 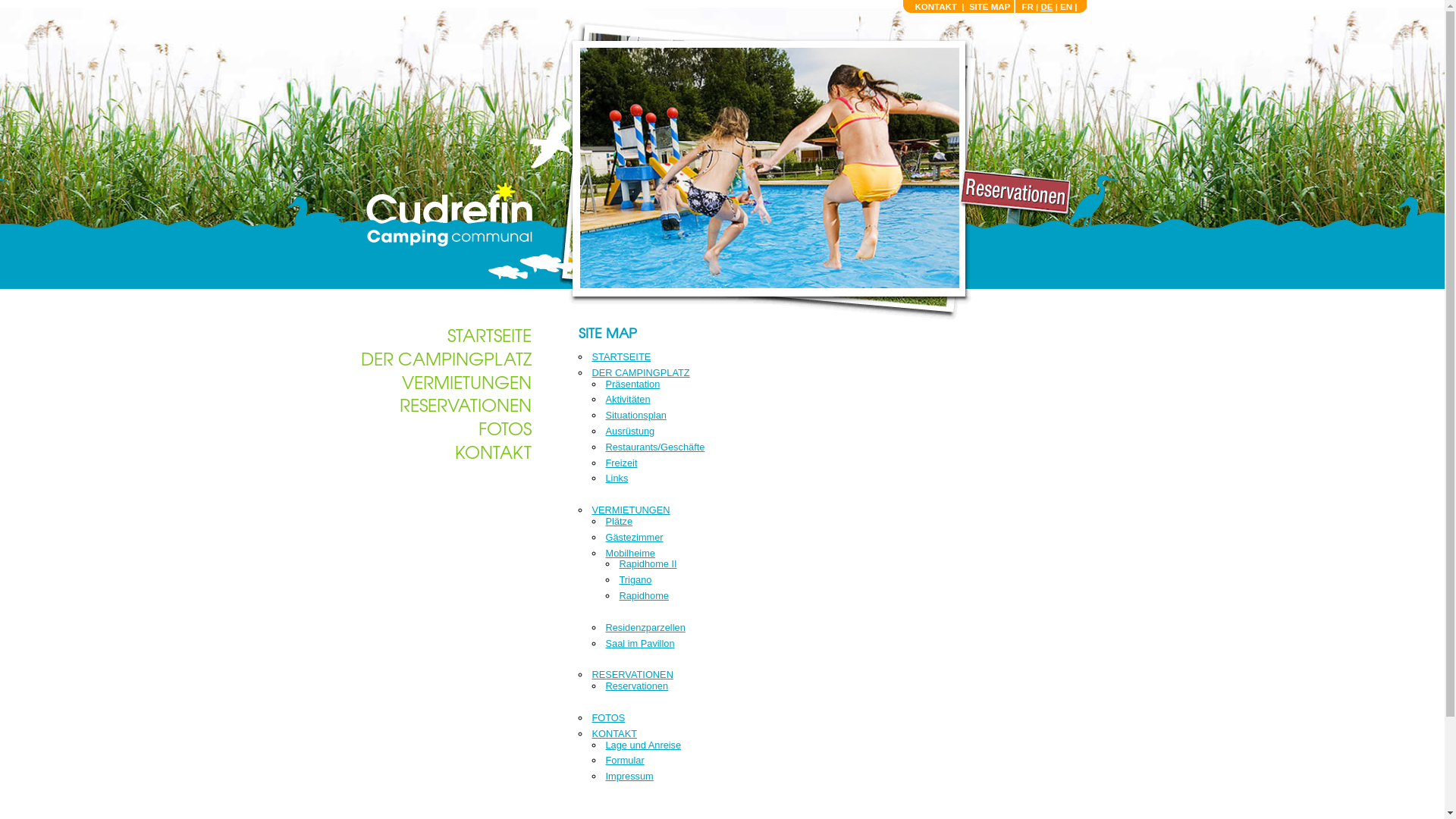 I want to click on 'STARTSEITE', so click(x=621, y=356).